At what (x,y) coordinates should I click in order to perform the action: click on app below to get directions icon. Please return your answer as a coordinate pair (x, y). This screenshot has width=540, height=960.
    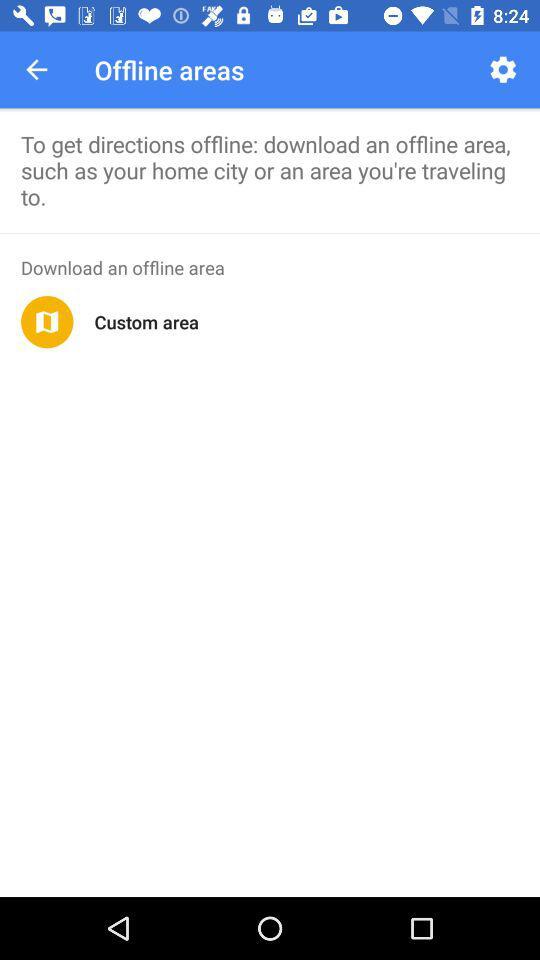
    Looking at the image, I should click on (270, 233).